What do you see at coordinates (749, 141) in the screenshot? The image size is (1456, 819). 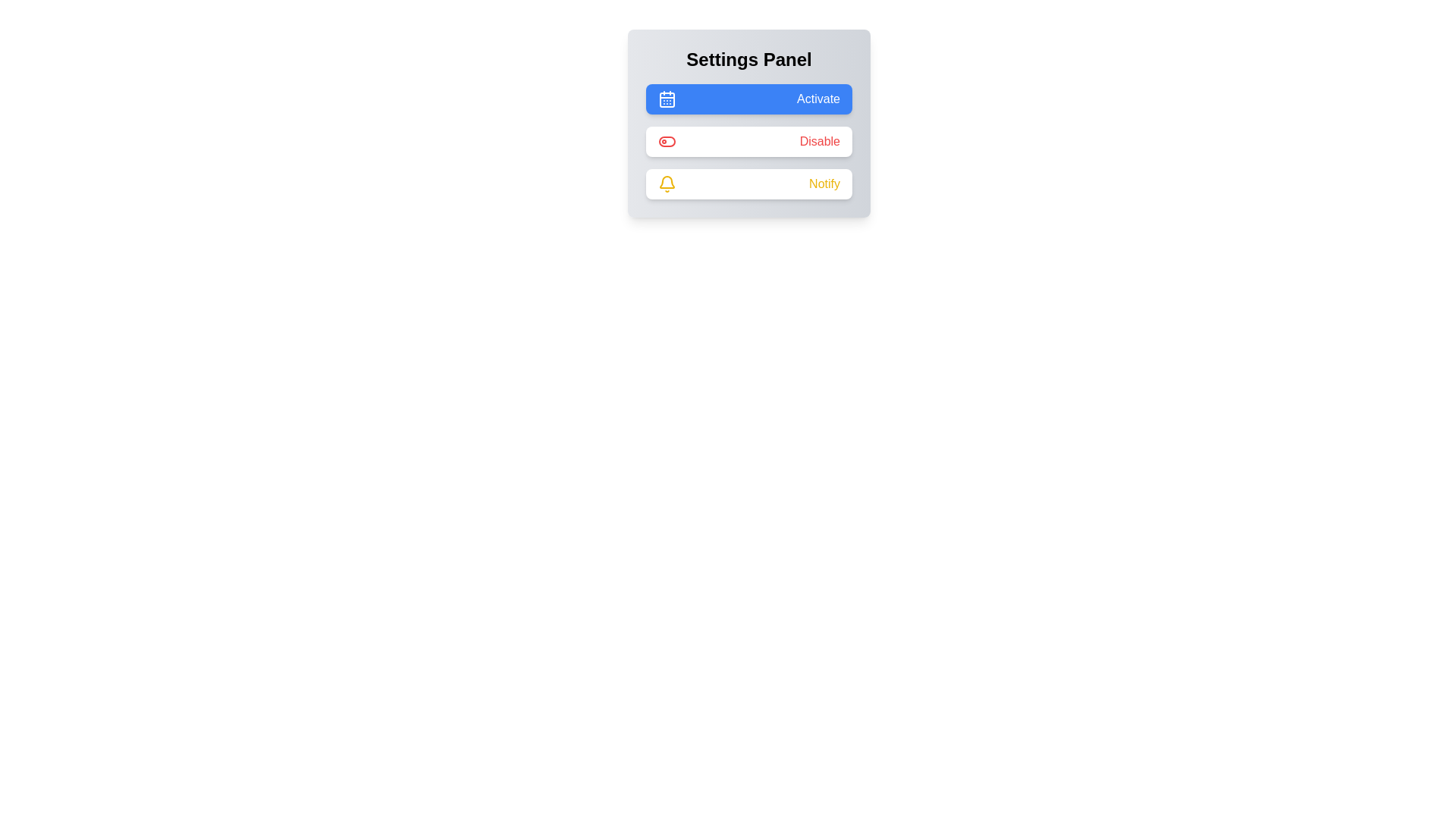 I see `the second interactive button in the vertical list, located below the blue 'Activate' button and above the yellow 'Notify' button` at bounding box center [749, 141].